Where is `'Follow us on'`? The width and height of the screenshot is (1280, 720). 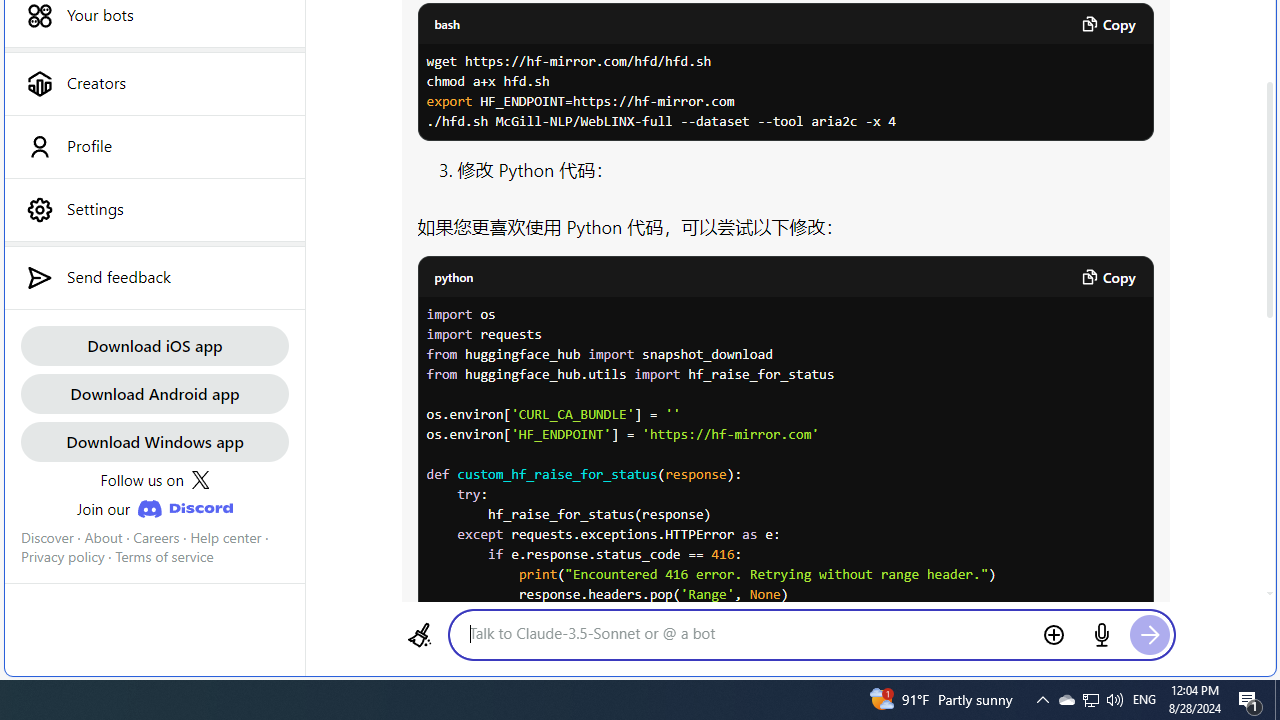
'Follow us on' is located at coordinates (153, 479).